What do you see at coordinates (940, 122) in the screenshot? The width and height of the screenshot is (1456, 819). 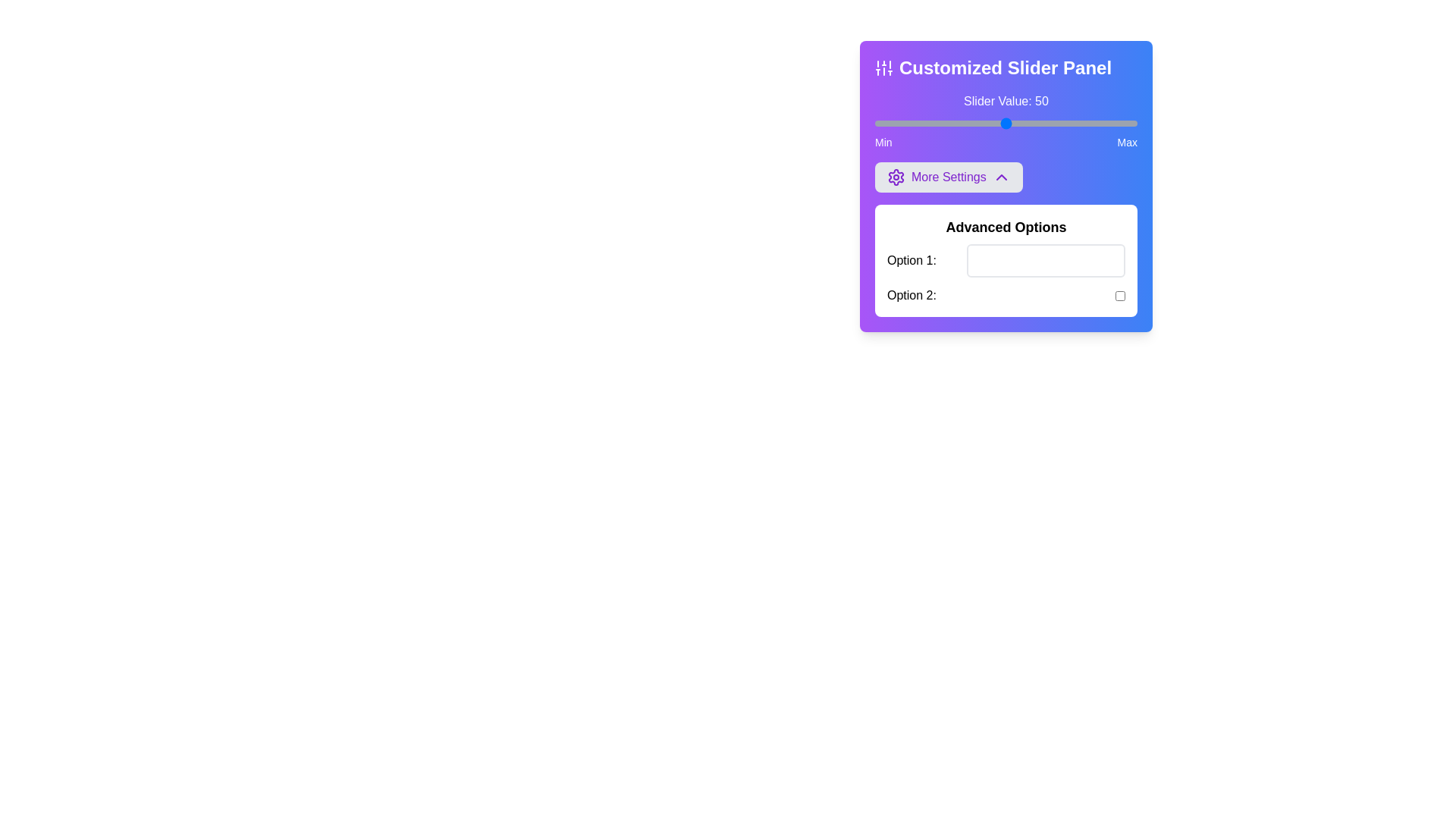 I see `the slider` at bounding box center [940, 122].